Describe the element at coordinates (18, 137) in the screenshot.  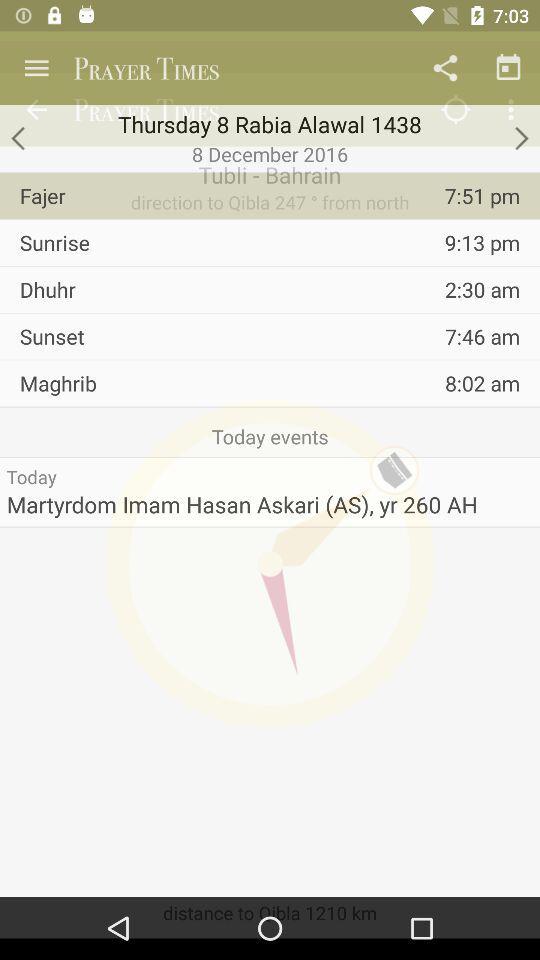
I see `go back` at that location.